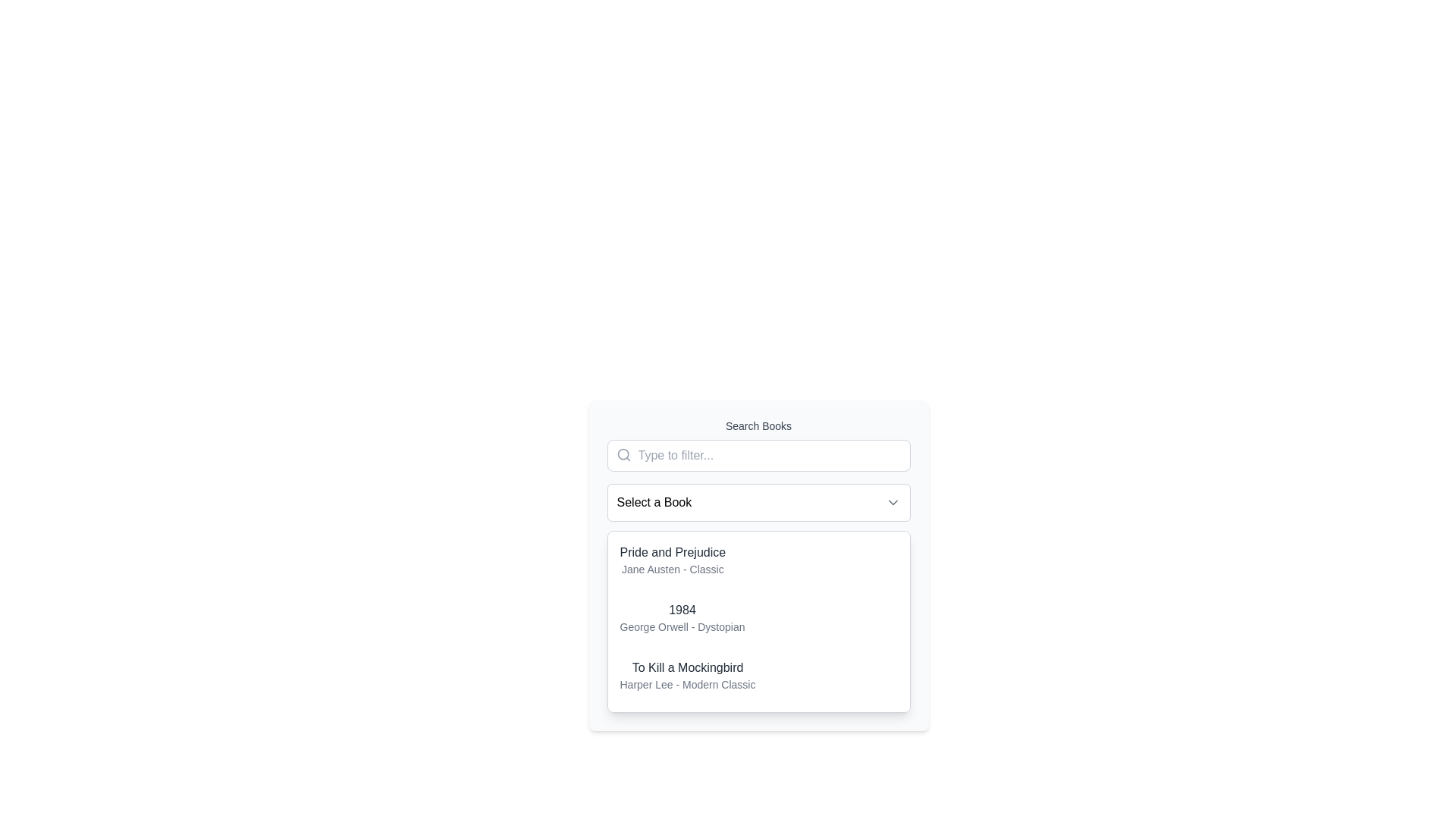 The height and width of the screenshot is (819, 1456). Describe the element at coordinates (758, 426) in the screenshot. I see `the 'Search Books' label, which is a medium-sized gray text label located at the top of the search section for filtering books` at that location.